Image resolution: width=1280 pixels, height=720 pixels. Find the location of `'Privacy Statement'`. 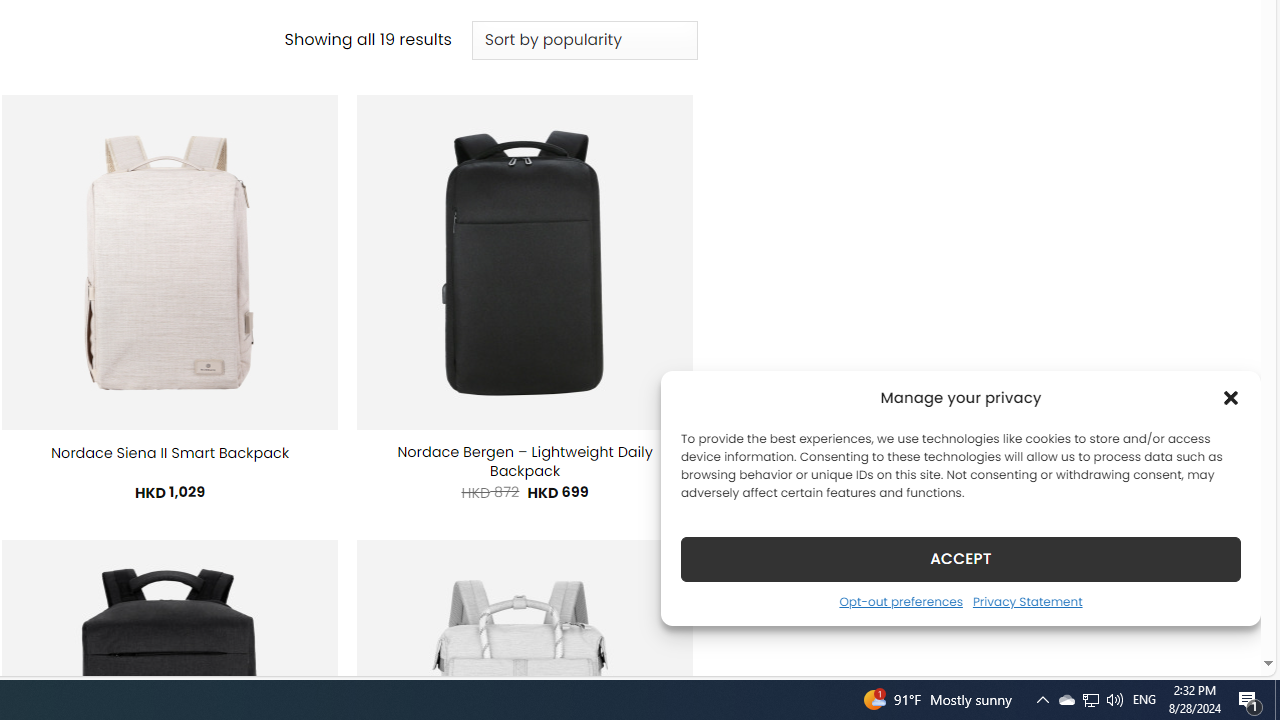

'Privacy Statement' is located at coordinates (1027, 600).